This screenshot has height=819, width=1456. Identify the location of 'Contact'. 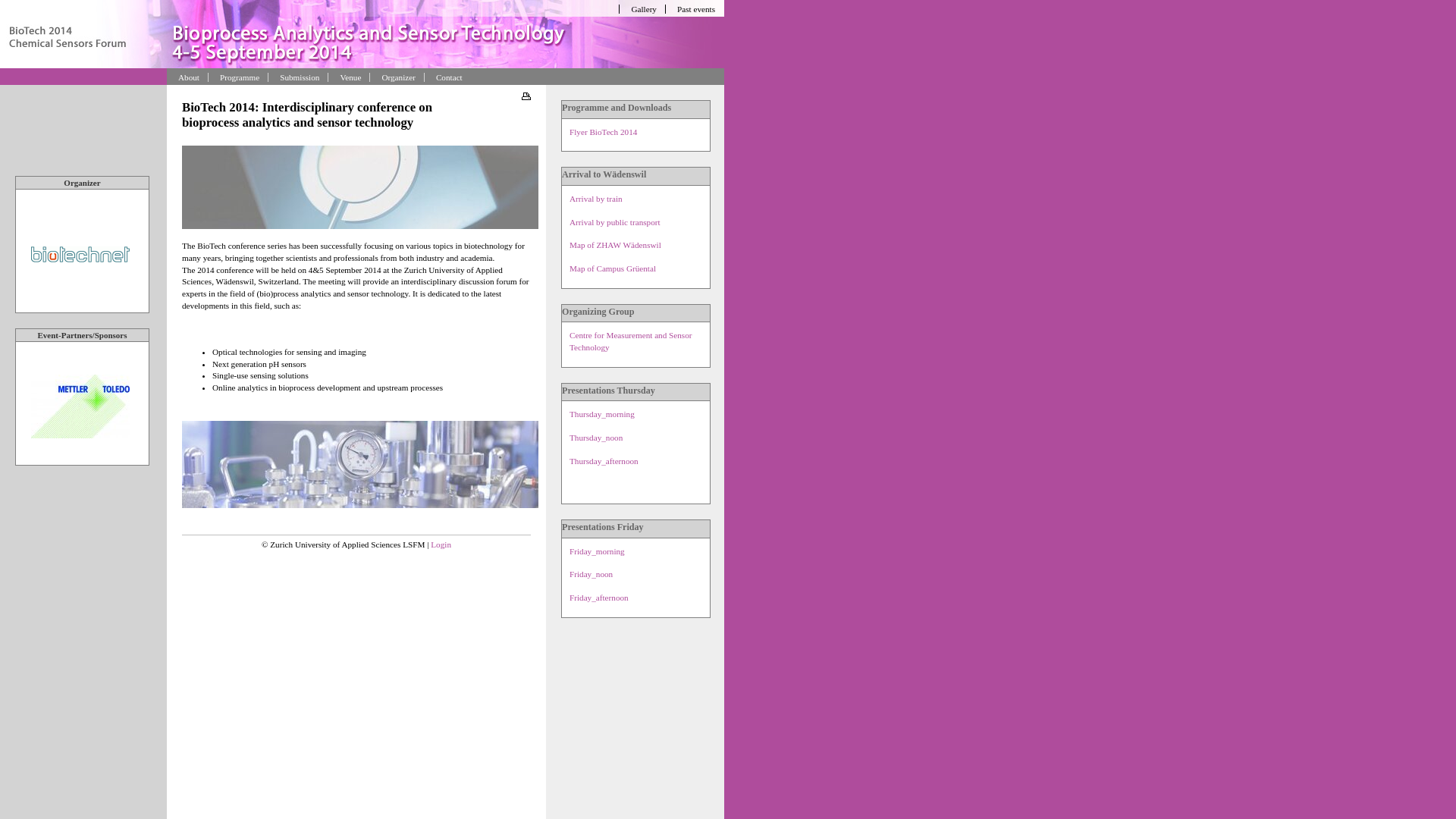
(445, 77).